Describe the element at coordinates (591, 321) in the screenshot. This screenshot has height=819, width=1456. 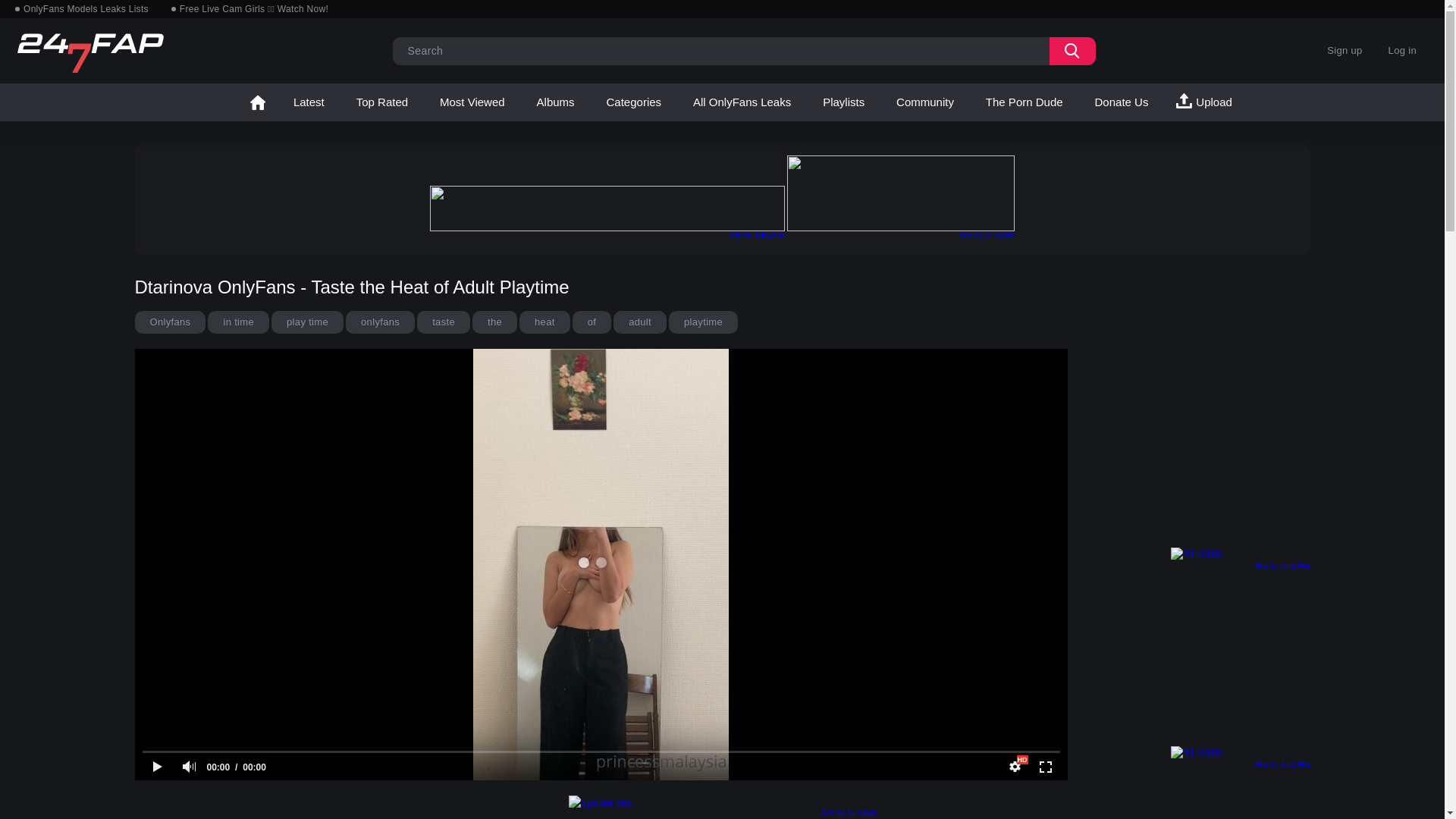
I see `'of'` at that location.